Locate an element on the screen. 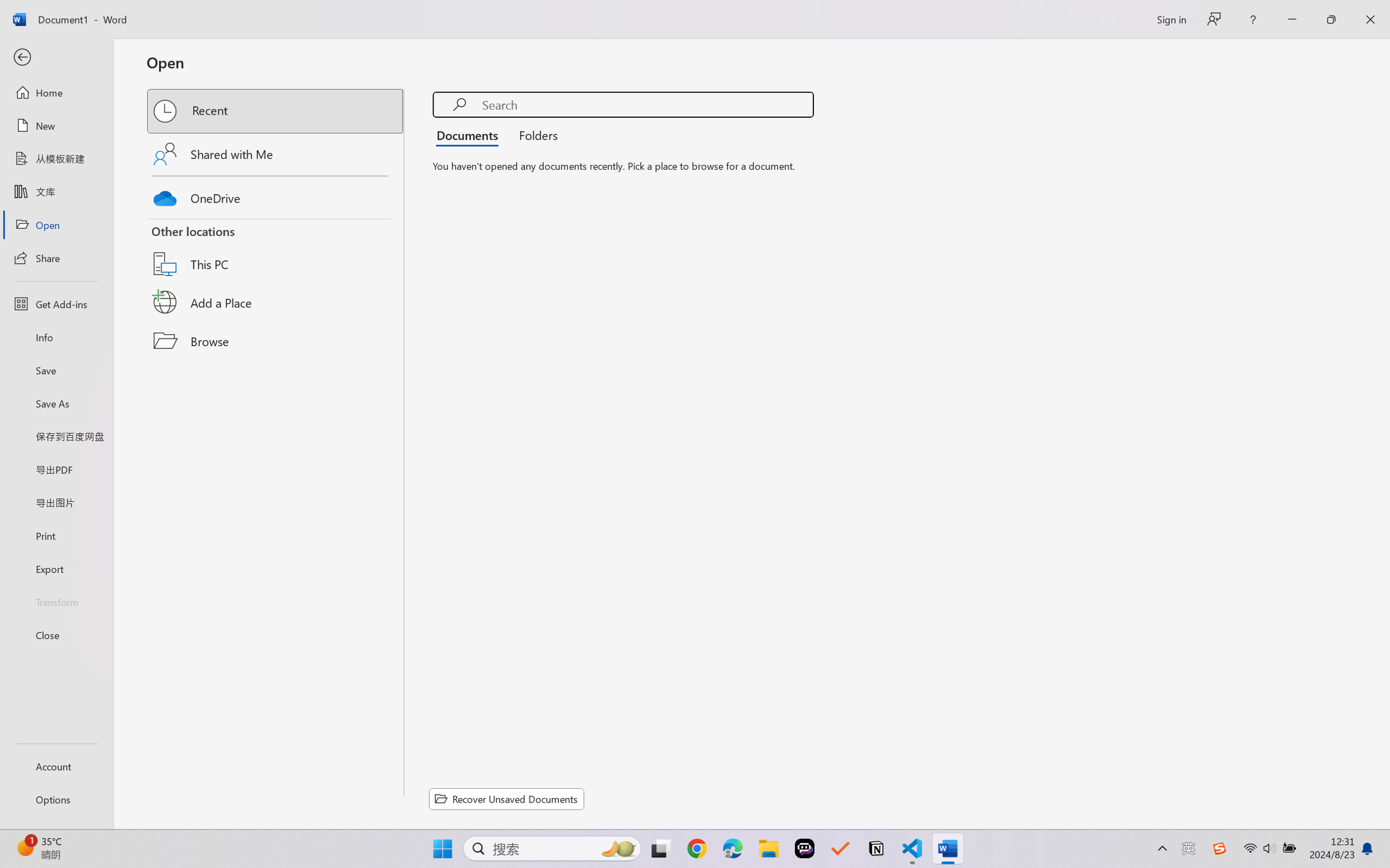 Image resolution: width=1390 pixels, height=868 pixels. 'Export' is located at coordinates (56, 568).